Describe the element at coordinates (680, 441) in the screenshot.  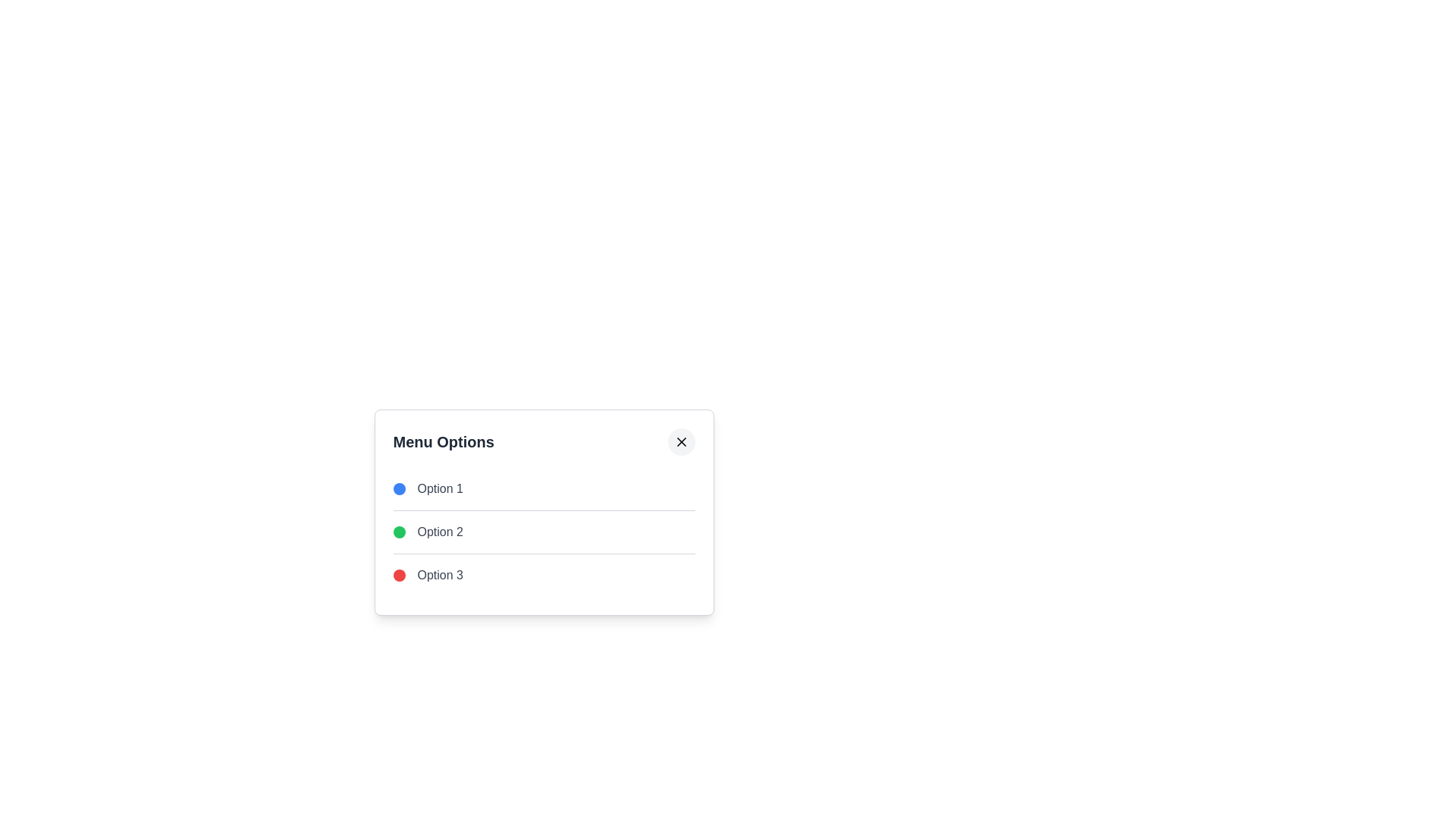
I see `the circular gray button with an 'X' icon located at the top-right corner of the 'Menu Options' box` at that location.